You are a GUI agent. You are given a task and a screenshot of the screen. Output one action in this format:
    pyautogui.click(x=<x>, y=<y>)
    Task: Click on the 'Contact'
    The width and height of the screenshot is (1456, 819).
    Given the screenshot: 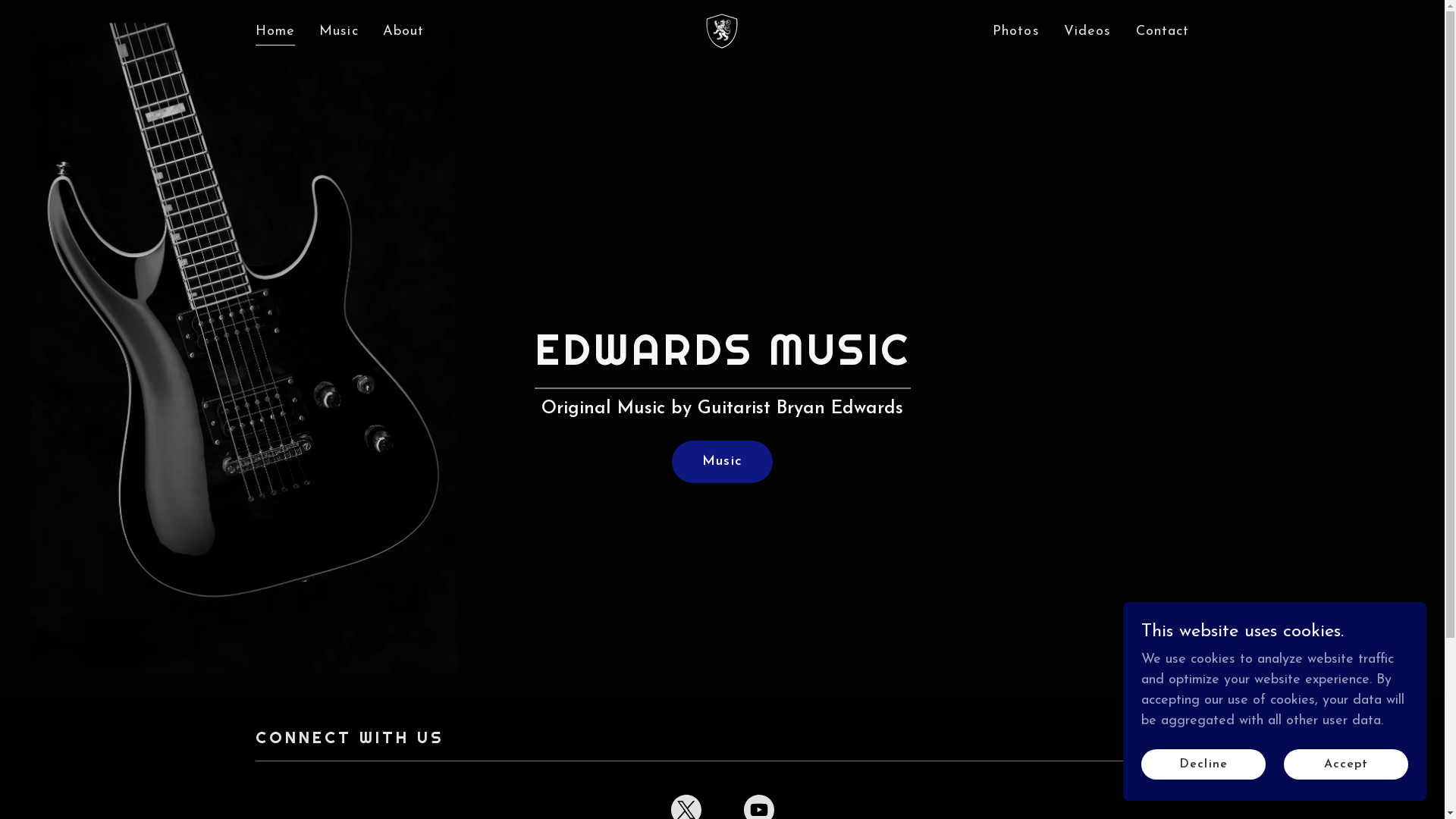 What is the action you would take?
    pyautogui.click(x=1131, y=31)
    